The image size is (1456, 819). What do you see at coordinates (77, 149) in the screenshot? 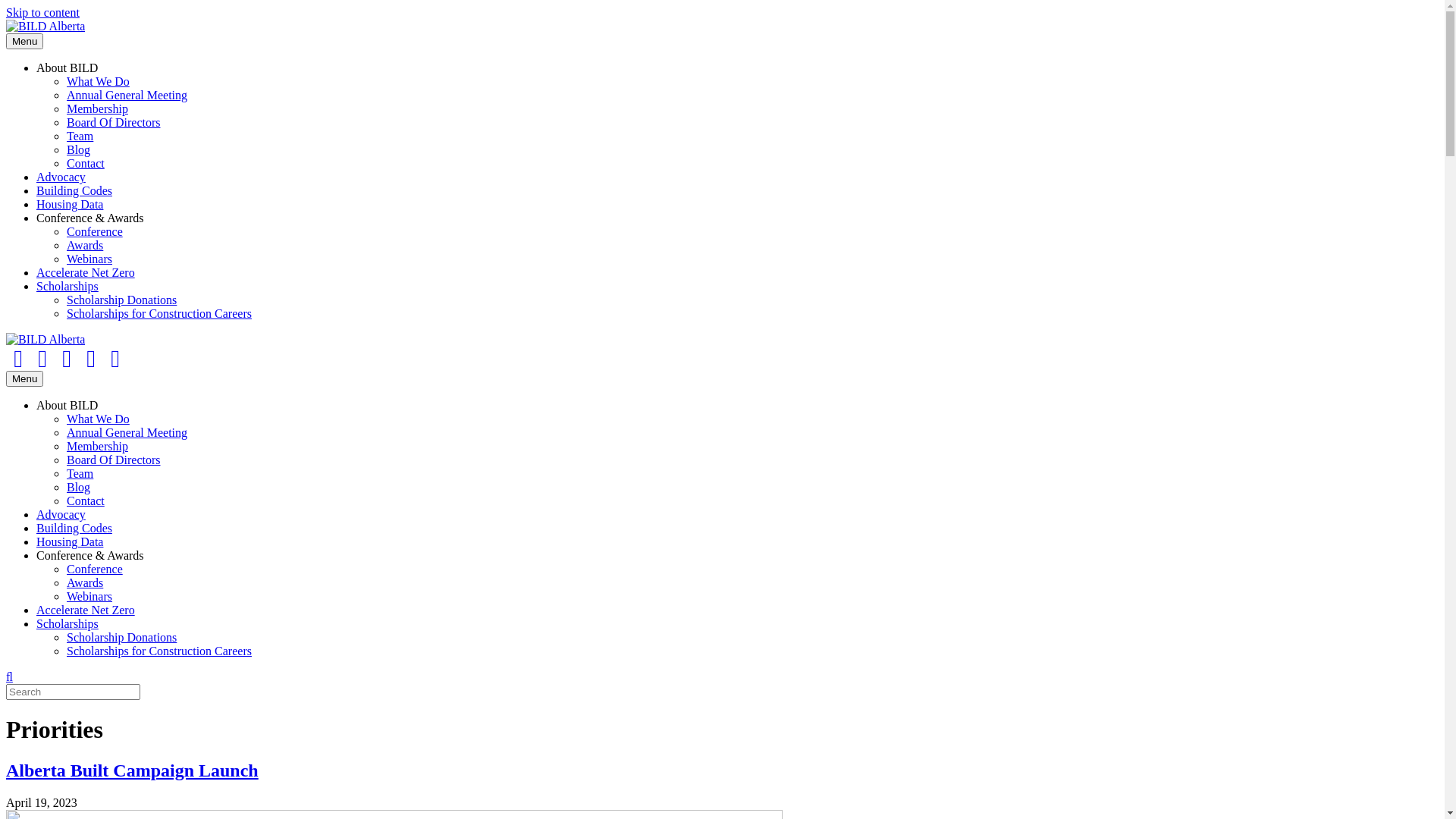
I see `'Blog'` at bounding box center [77, 149].